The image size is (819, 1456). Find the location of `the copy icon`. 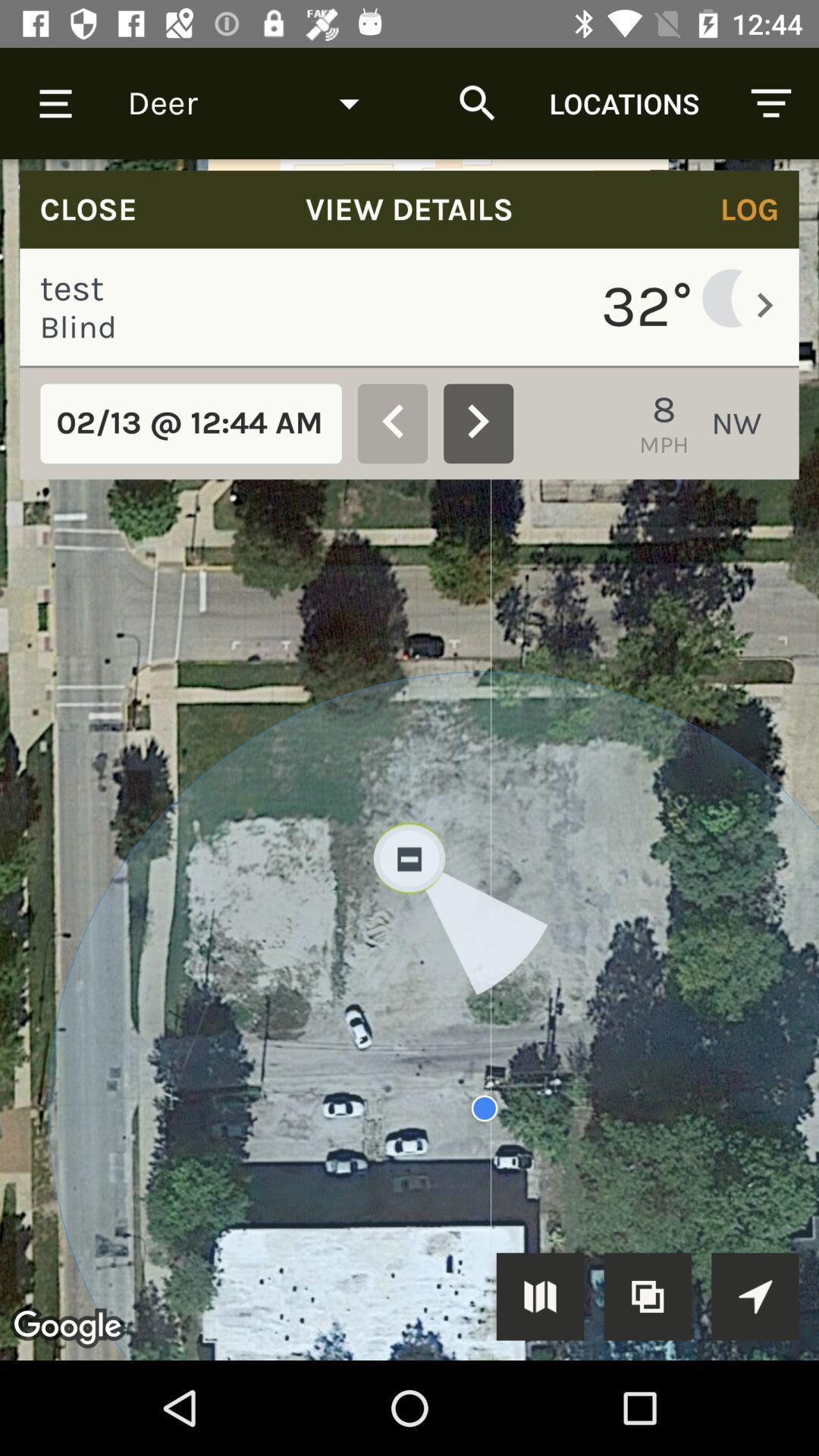

the copy icon is located at coordinates (648, 1295).